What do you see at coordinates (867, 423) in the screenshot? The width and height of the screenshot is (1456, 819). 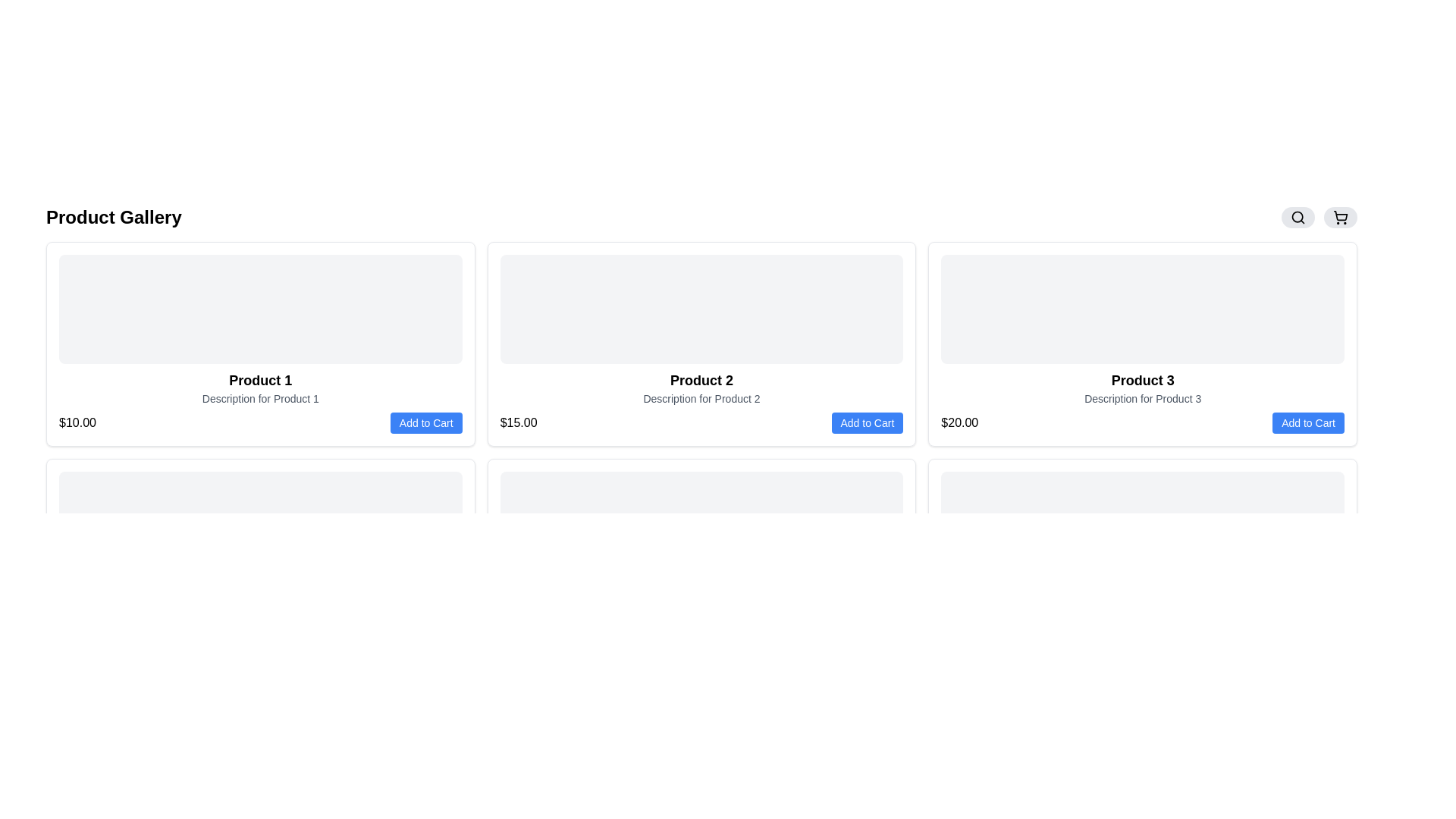 I see `the 'Add to Cart' button for 'Product 2' located at the bottom-right corner of the product card` at bounding box center [867, 423].